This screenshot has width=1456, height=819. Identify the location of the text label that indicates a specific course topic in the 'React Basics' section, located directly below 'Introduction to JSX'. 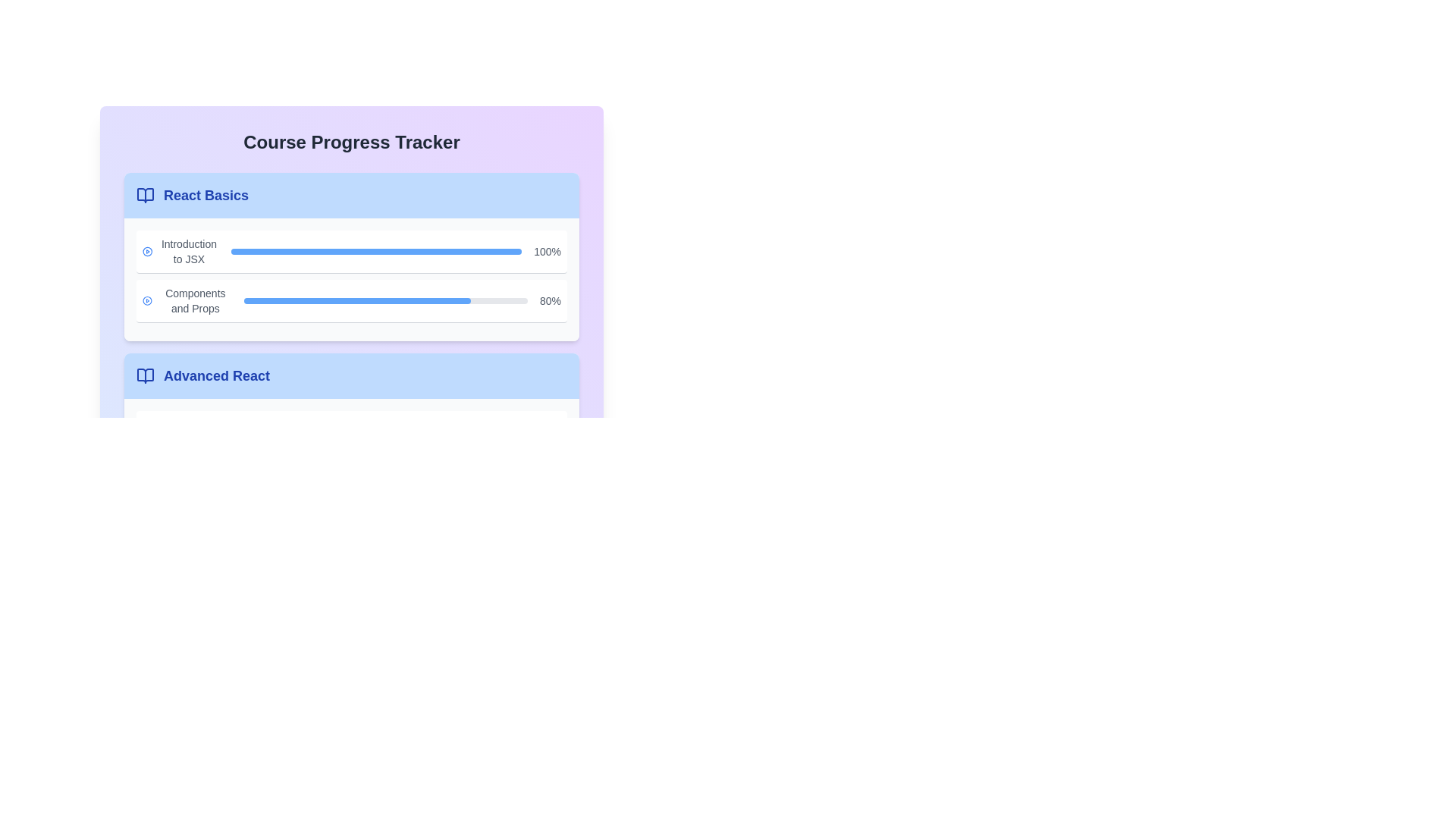
(194, 301).